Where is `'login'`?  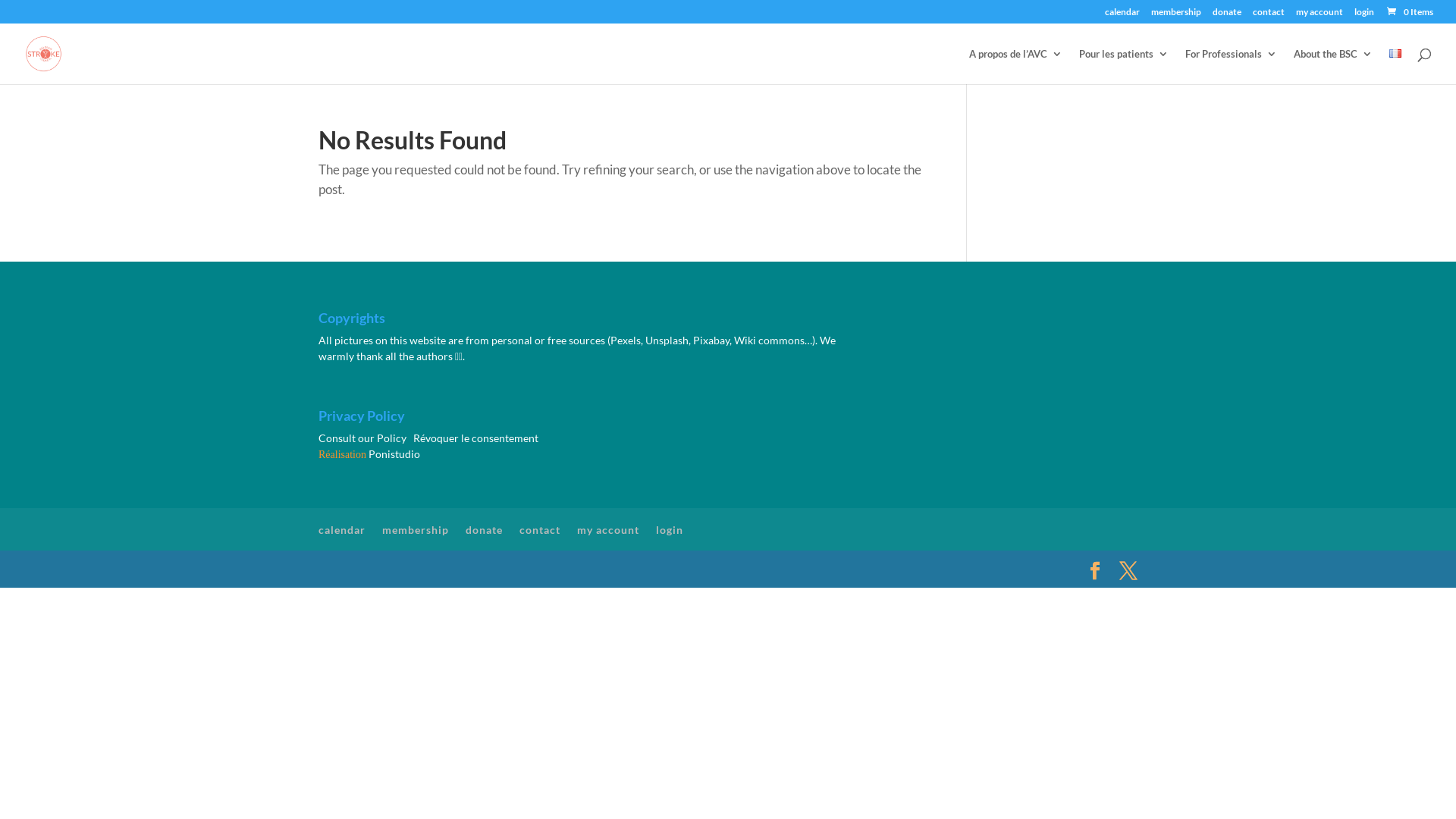
'login' is located at coordinates (669, 529).